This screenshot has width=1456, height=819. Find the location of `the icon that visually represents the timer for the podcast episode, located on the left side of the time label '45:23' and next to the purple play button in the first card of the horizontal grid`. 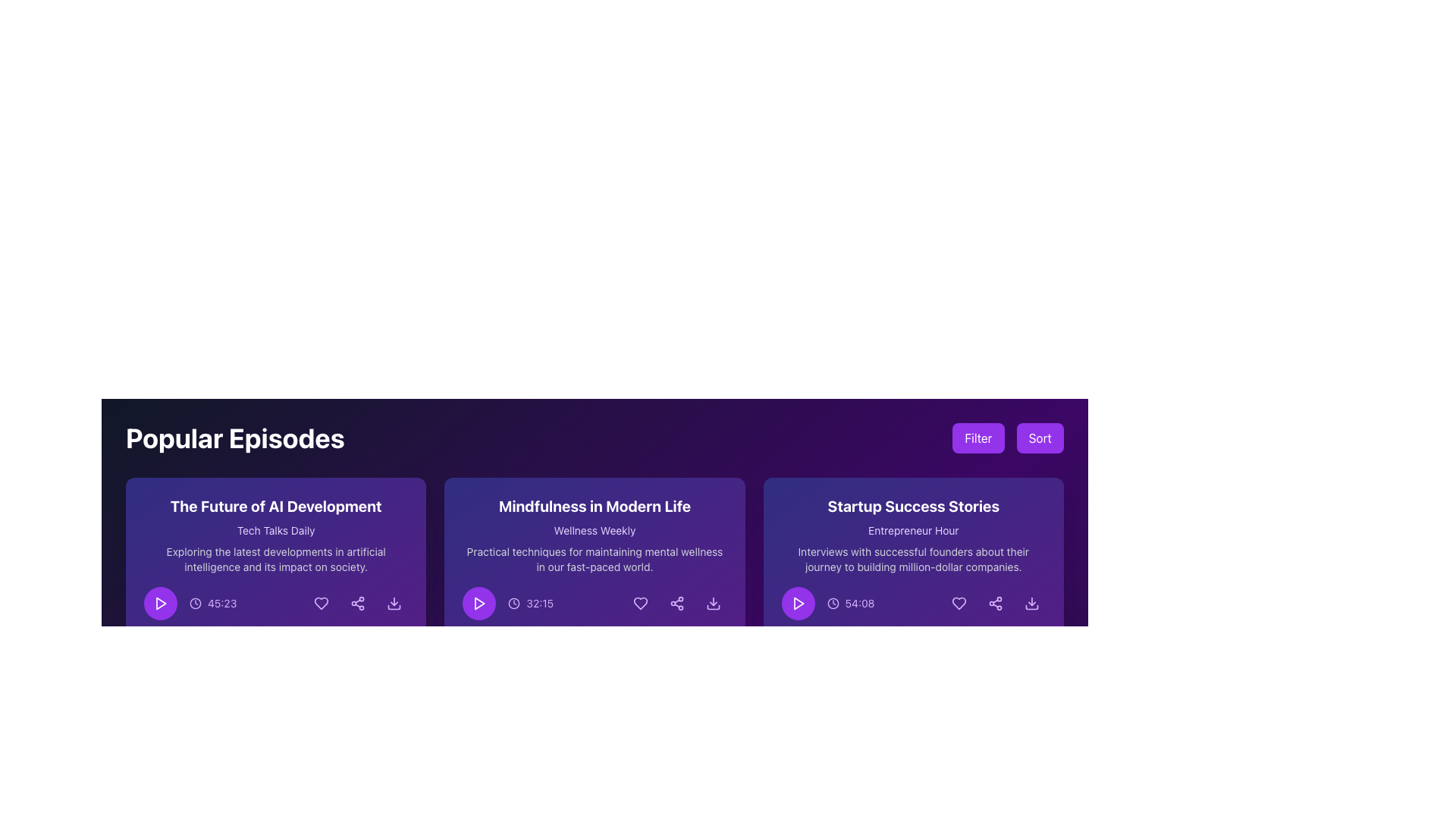

the icon that visually represents the timer for the podcast episode, located on the left side of the time label '45:23' and next to the purple play button in the first card of the horizontal grid is located at coordinates (195, 602).